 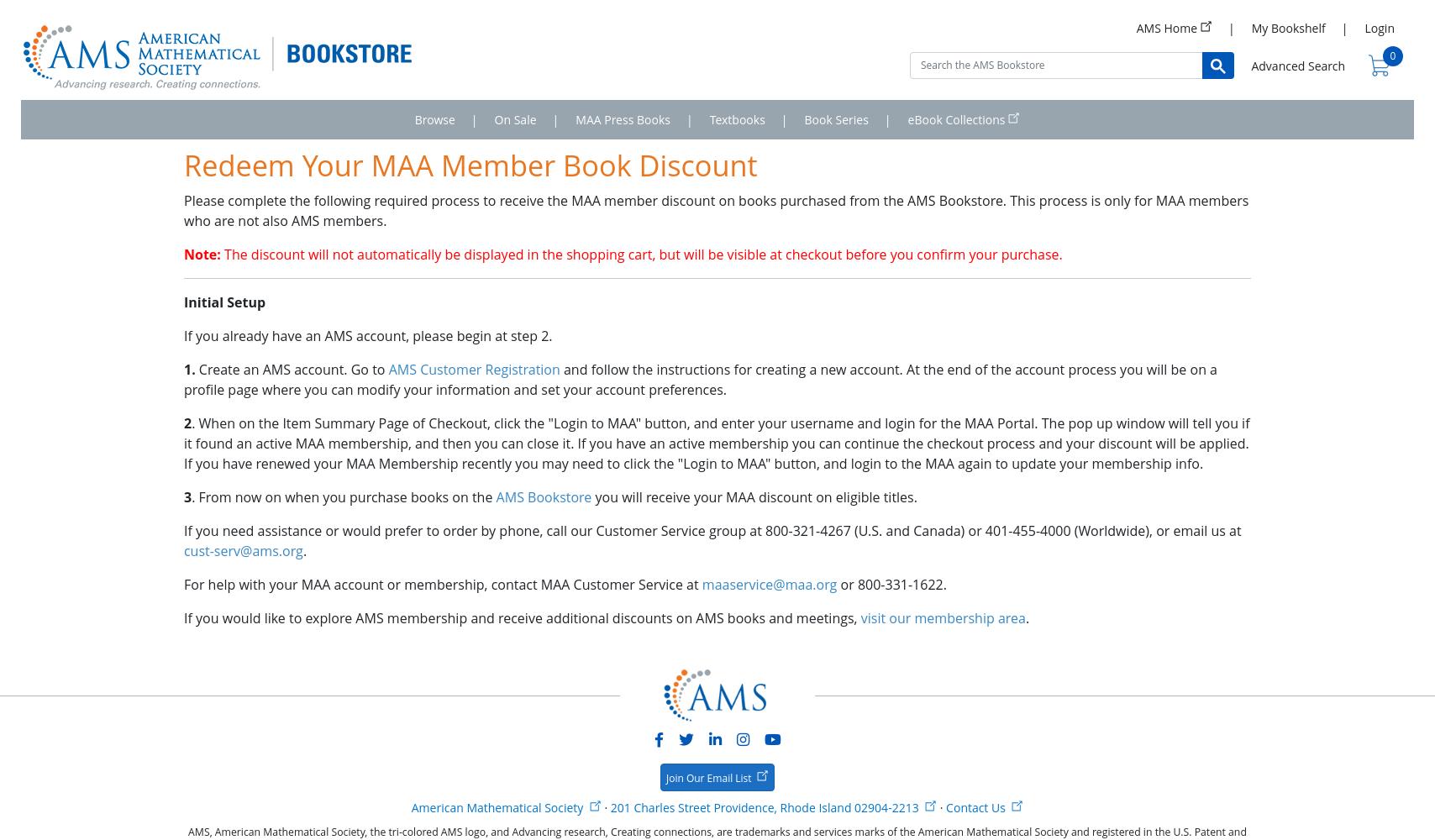 What do you see at coordinates (836, 584) in the screenshot?
I see `'or 800-331-1622.'` at bounding box center [836, 584].